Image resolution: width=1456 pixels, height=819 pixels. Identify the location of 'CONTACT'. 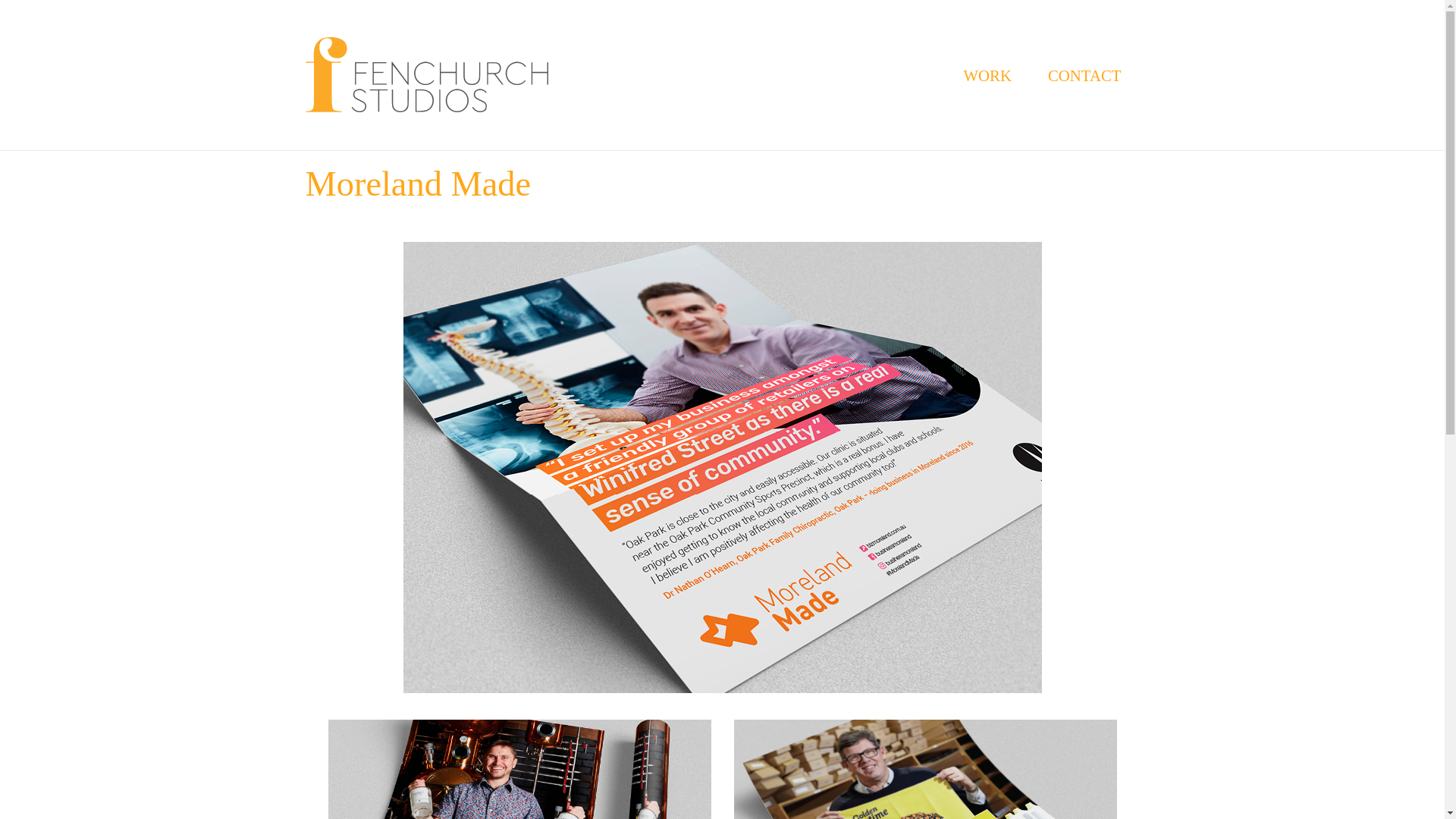
(1084, 75).